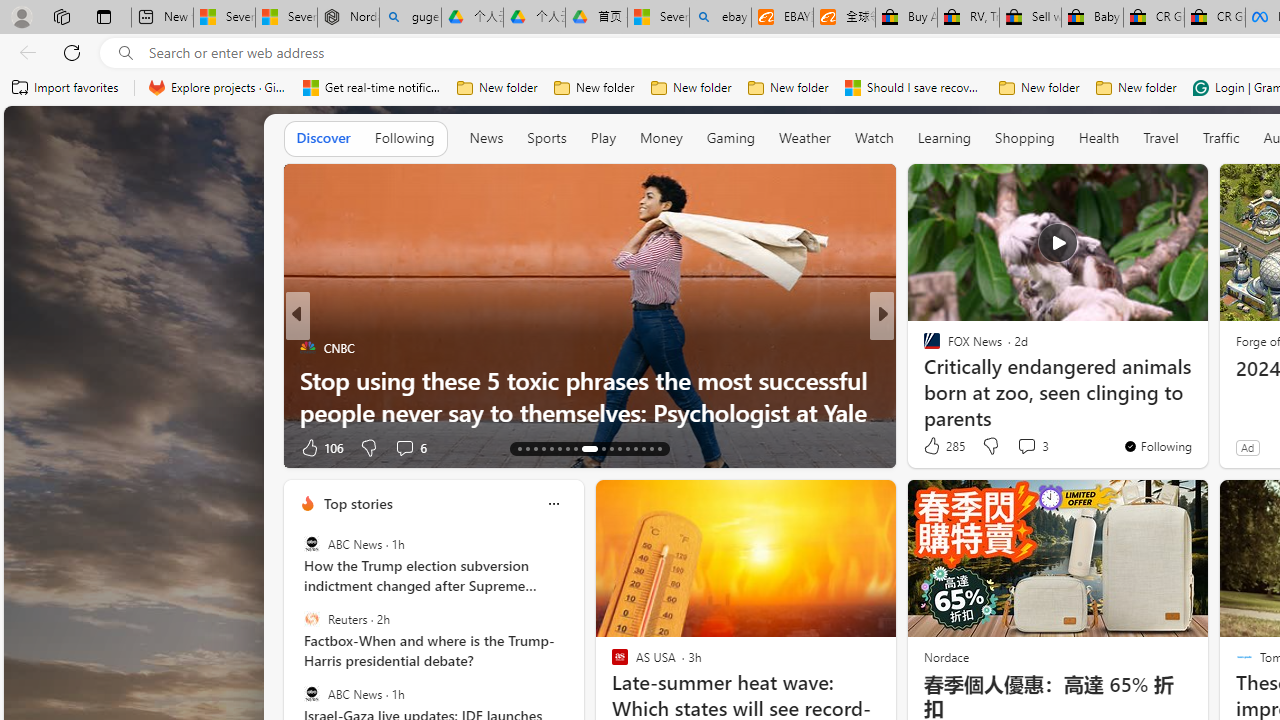 The width and height of the screenshot is (1280, 720). Describe the element at coordinates (941, 445) in the screenshot. I see `'285 Like'` at that location.